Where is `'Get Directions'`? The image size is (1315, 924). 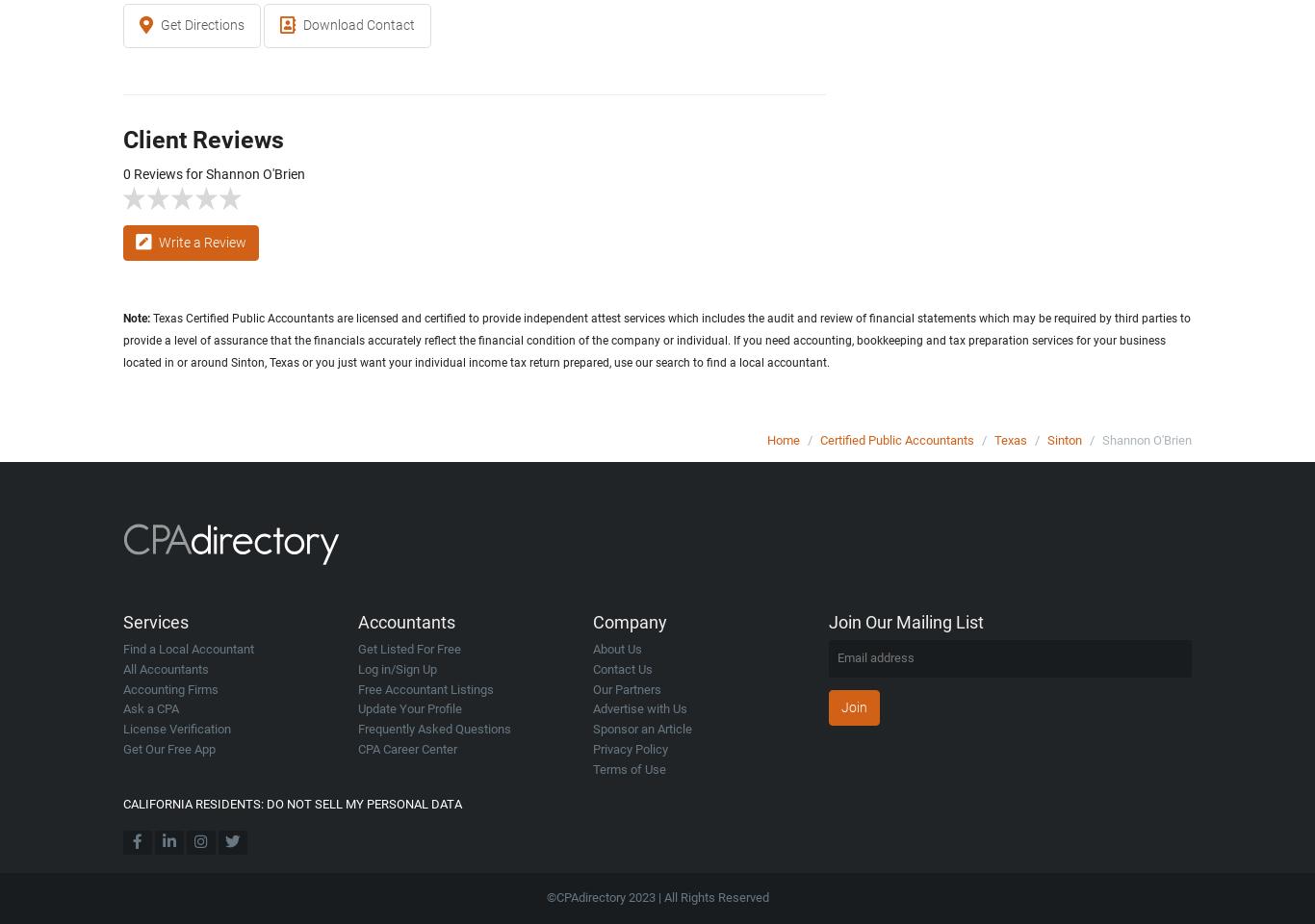 'Get Directions' is located at coordinates (199, 24).